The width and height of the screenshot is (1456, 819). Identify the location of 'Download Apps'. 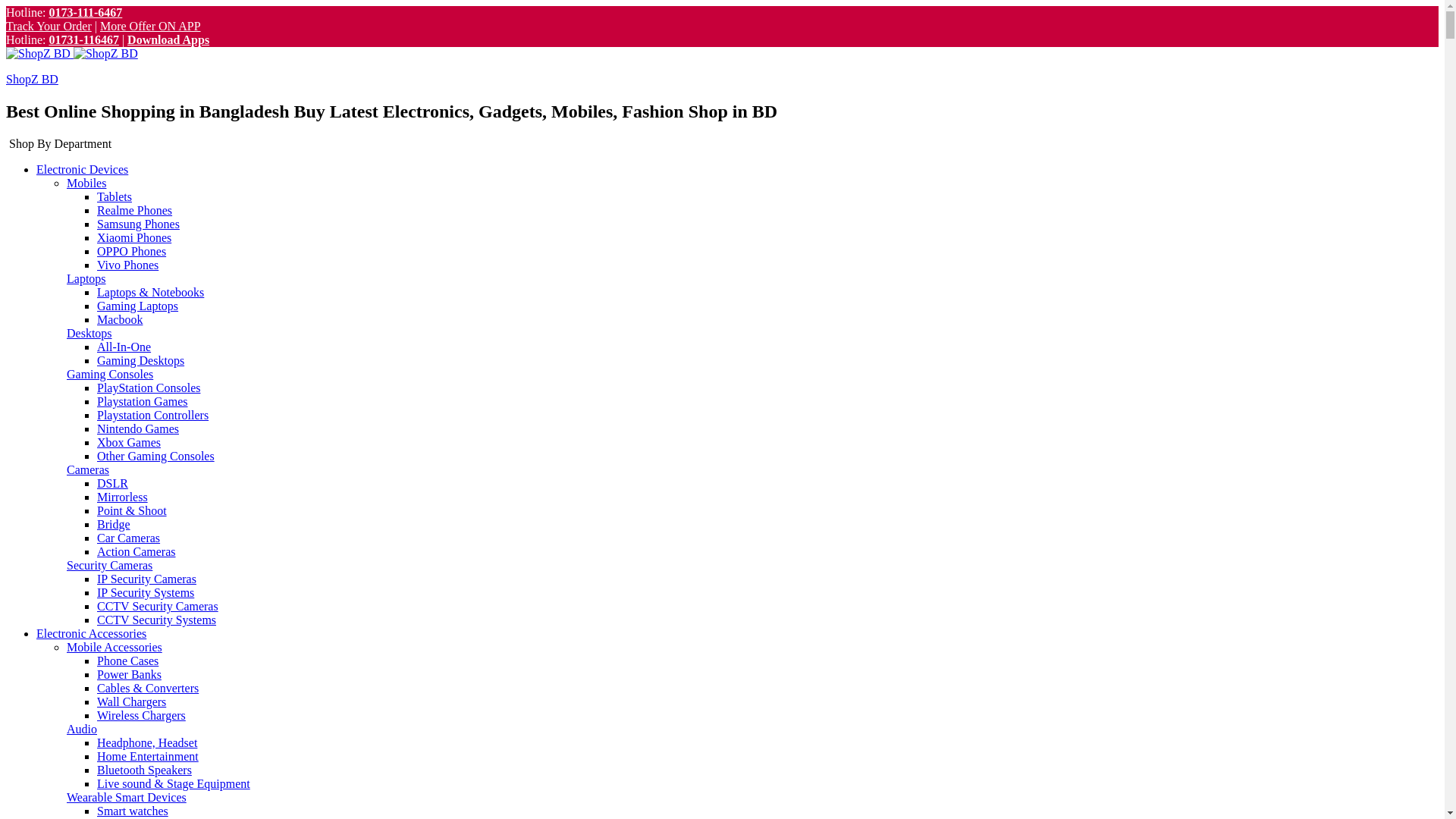
(127, 39).